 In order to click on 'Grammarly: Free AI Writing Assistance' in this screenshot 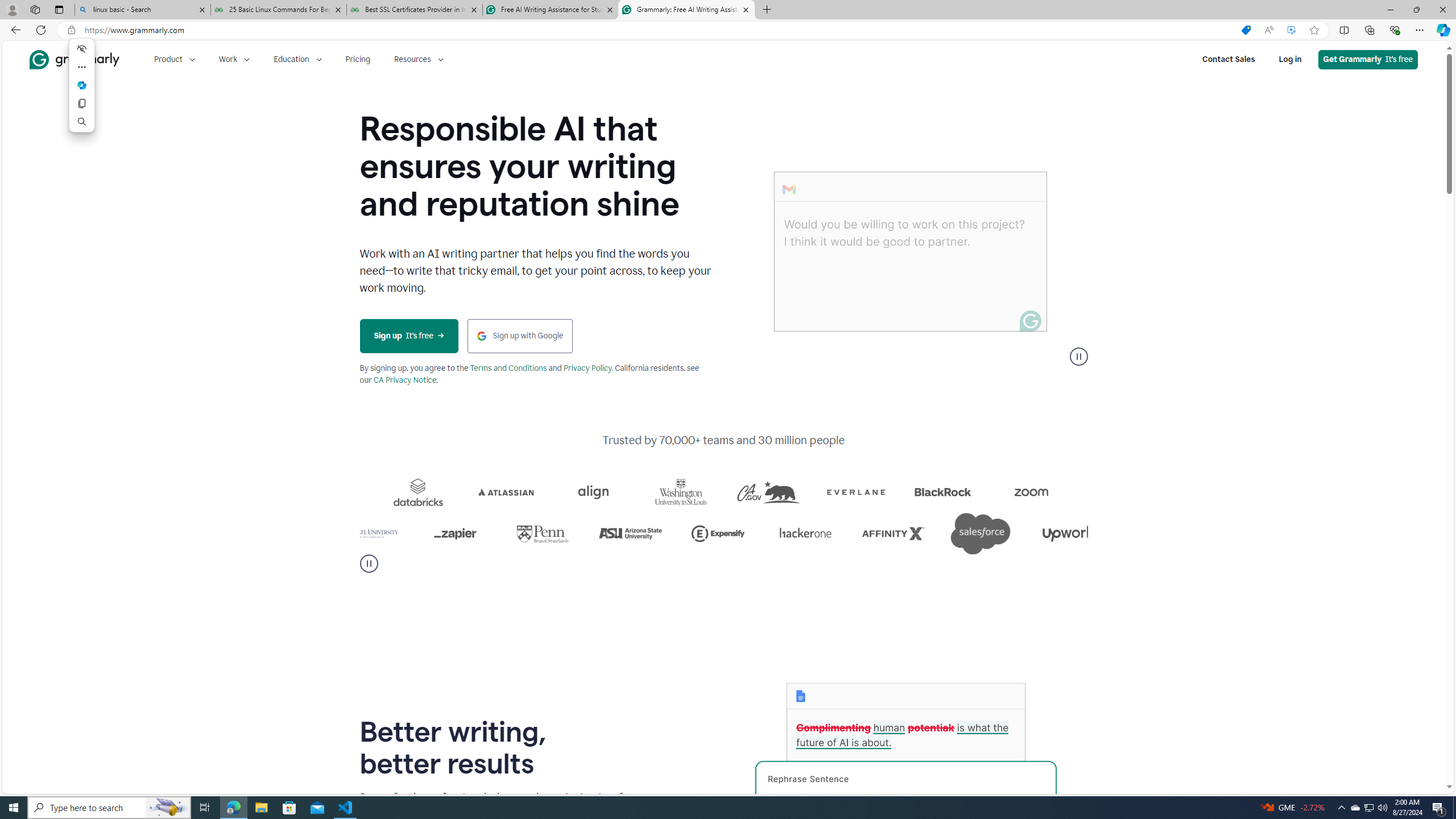, I will do `click(685, 9)`.